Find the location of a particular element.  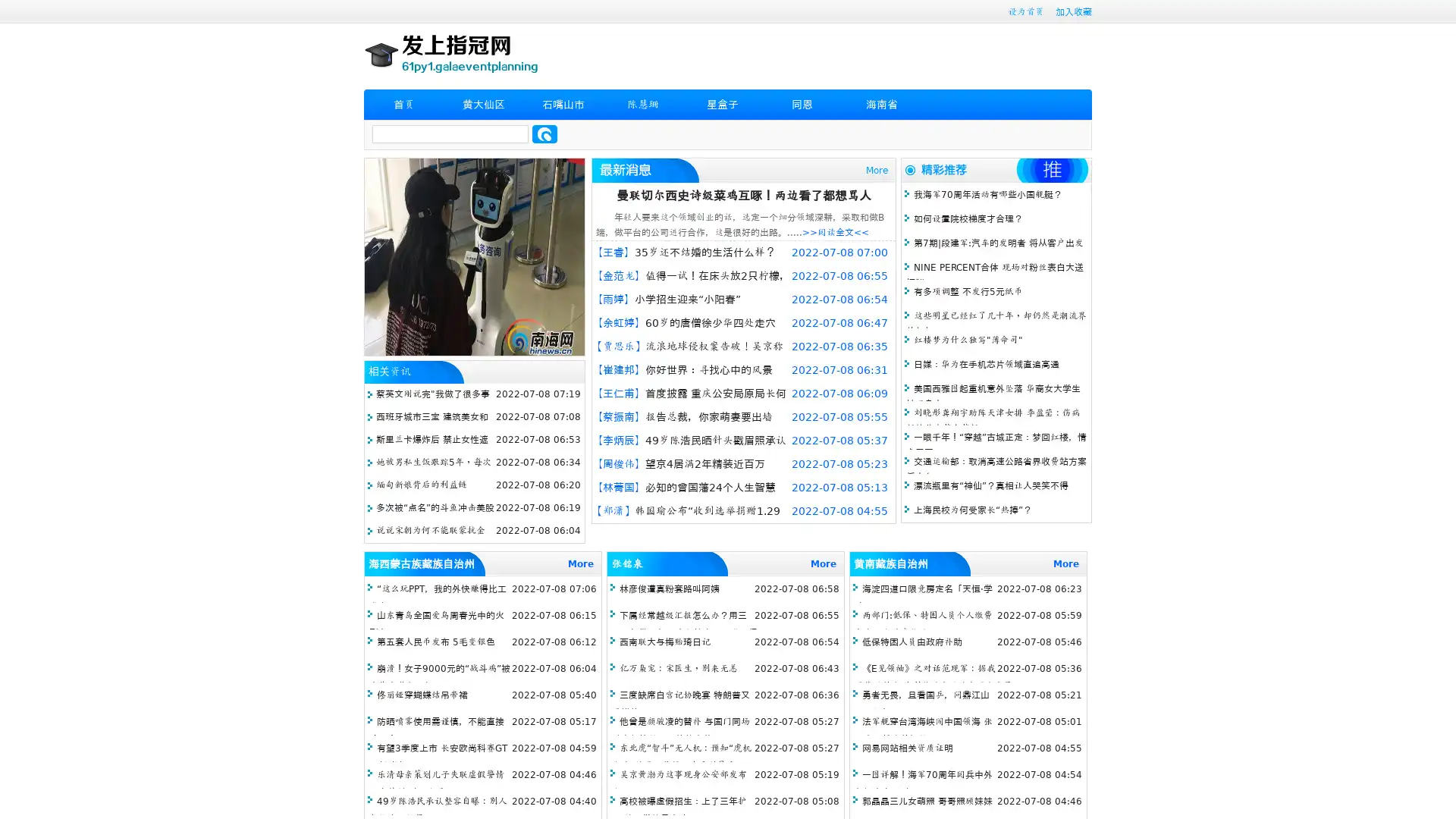

Search is located at coordinates (544, 133).